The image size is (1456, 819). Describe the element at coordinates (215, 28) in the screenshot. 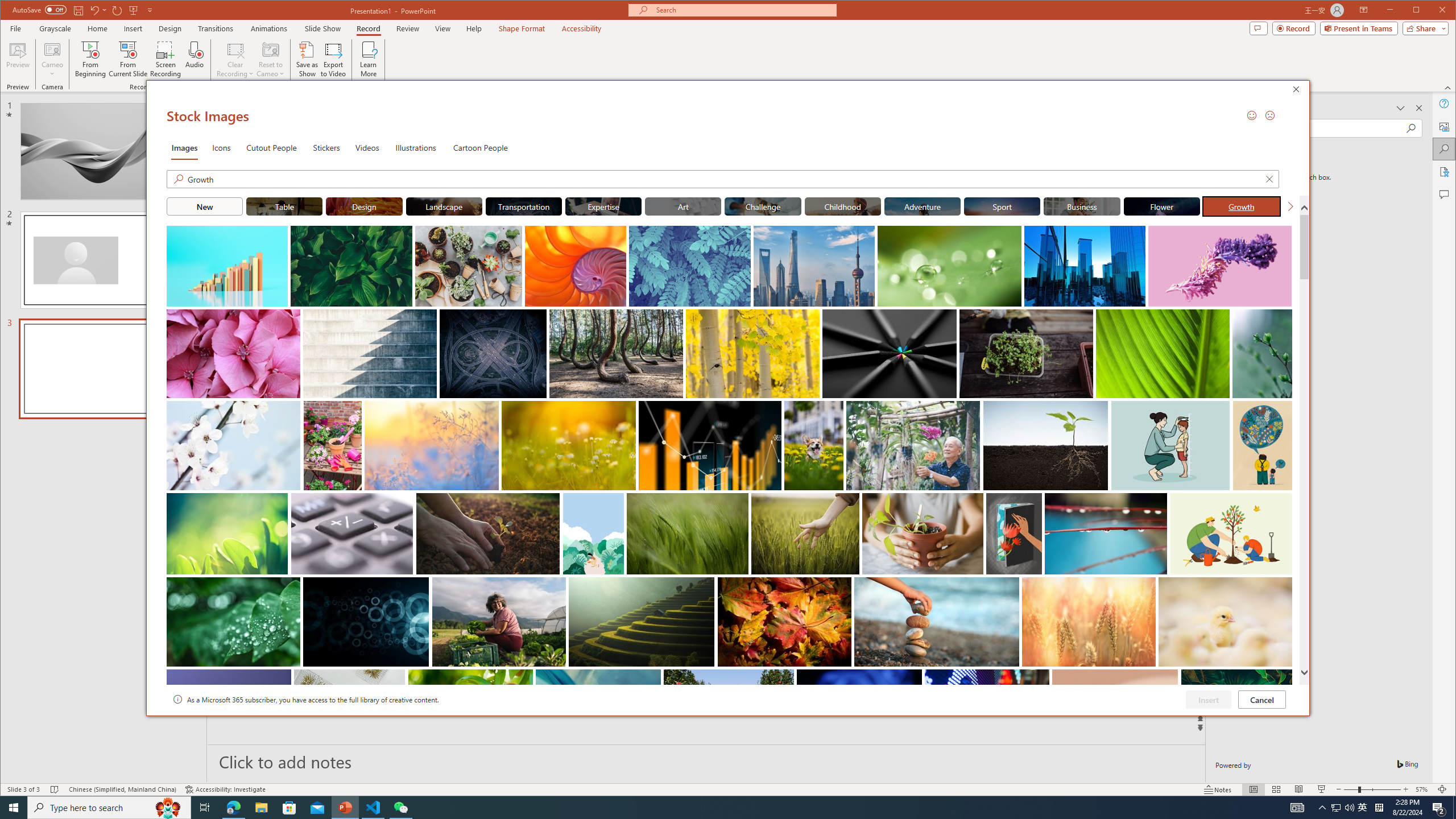

I see `'Transitions'` at that location.